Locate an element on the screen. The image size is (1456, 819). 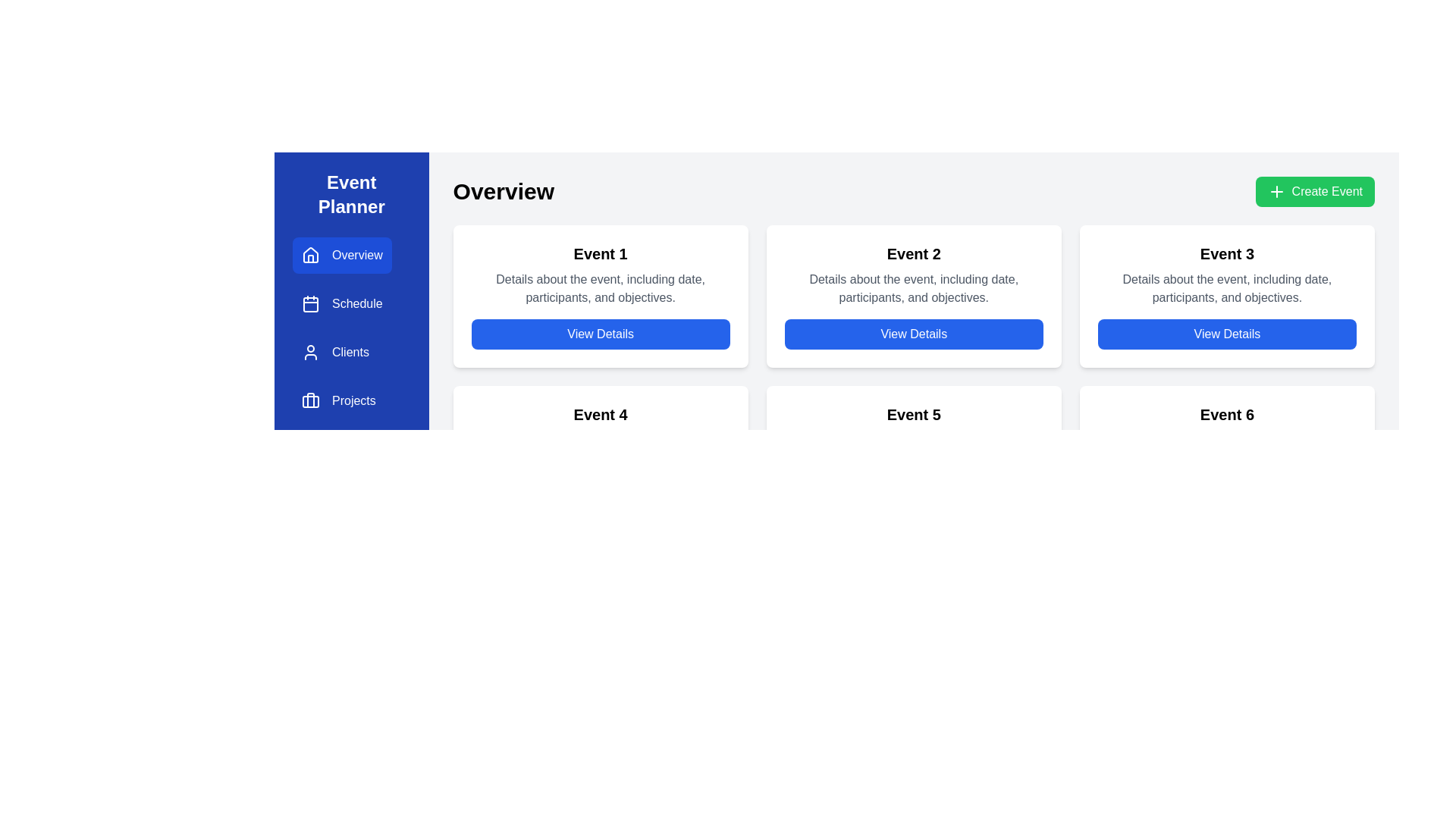
the small blue rectangular shape with rounded corners that is part of the calendar icon in the sidebar is located at coordinates (309, 304).